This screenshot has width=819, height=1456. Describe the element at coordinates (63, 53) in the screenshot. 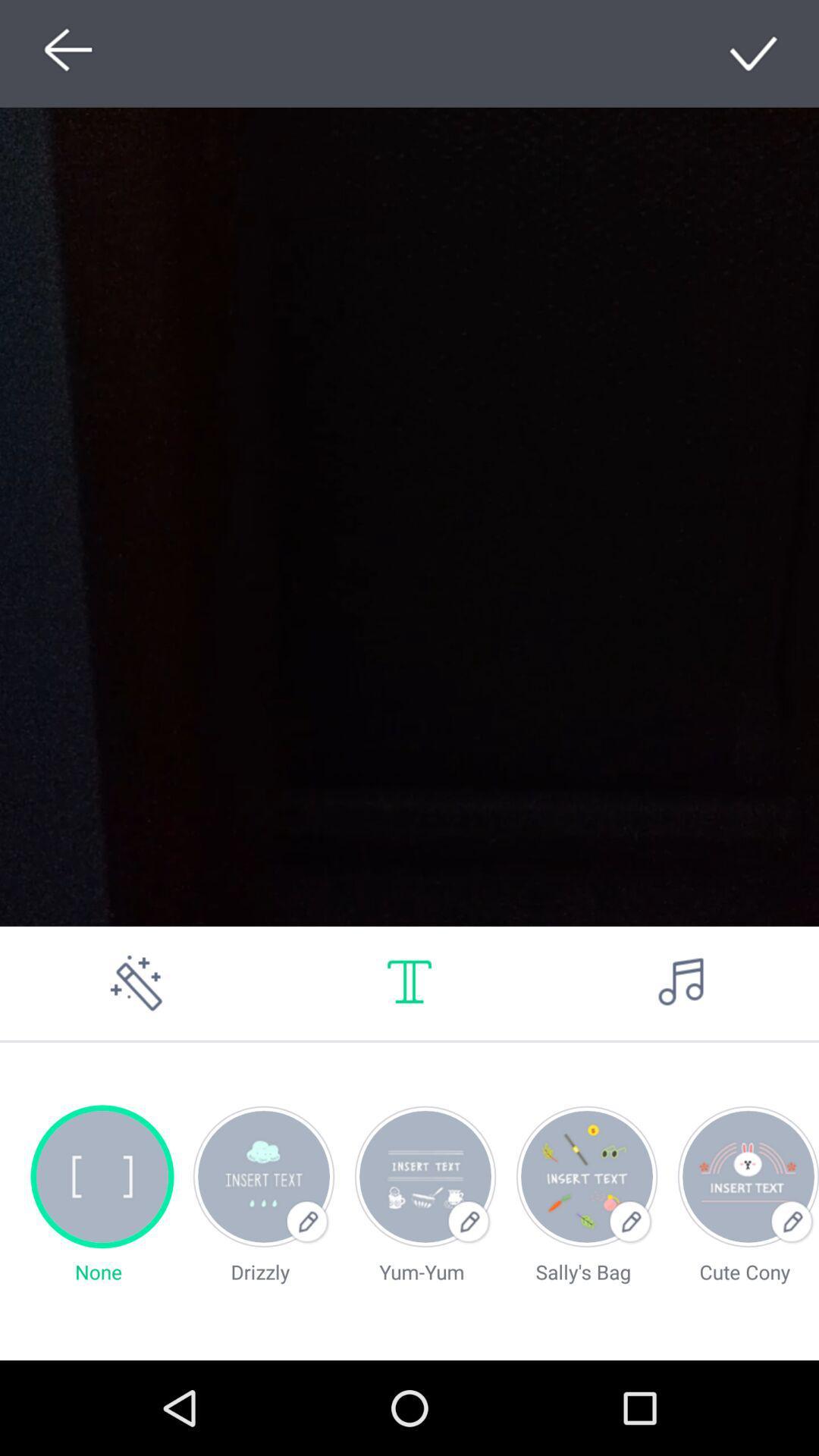

I see `previous` at that location.